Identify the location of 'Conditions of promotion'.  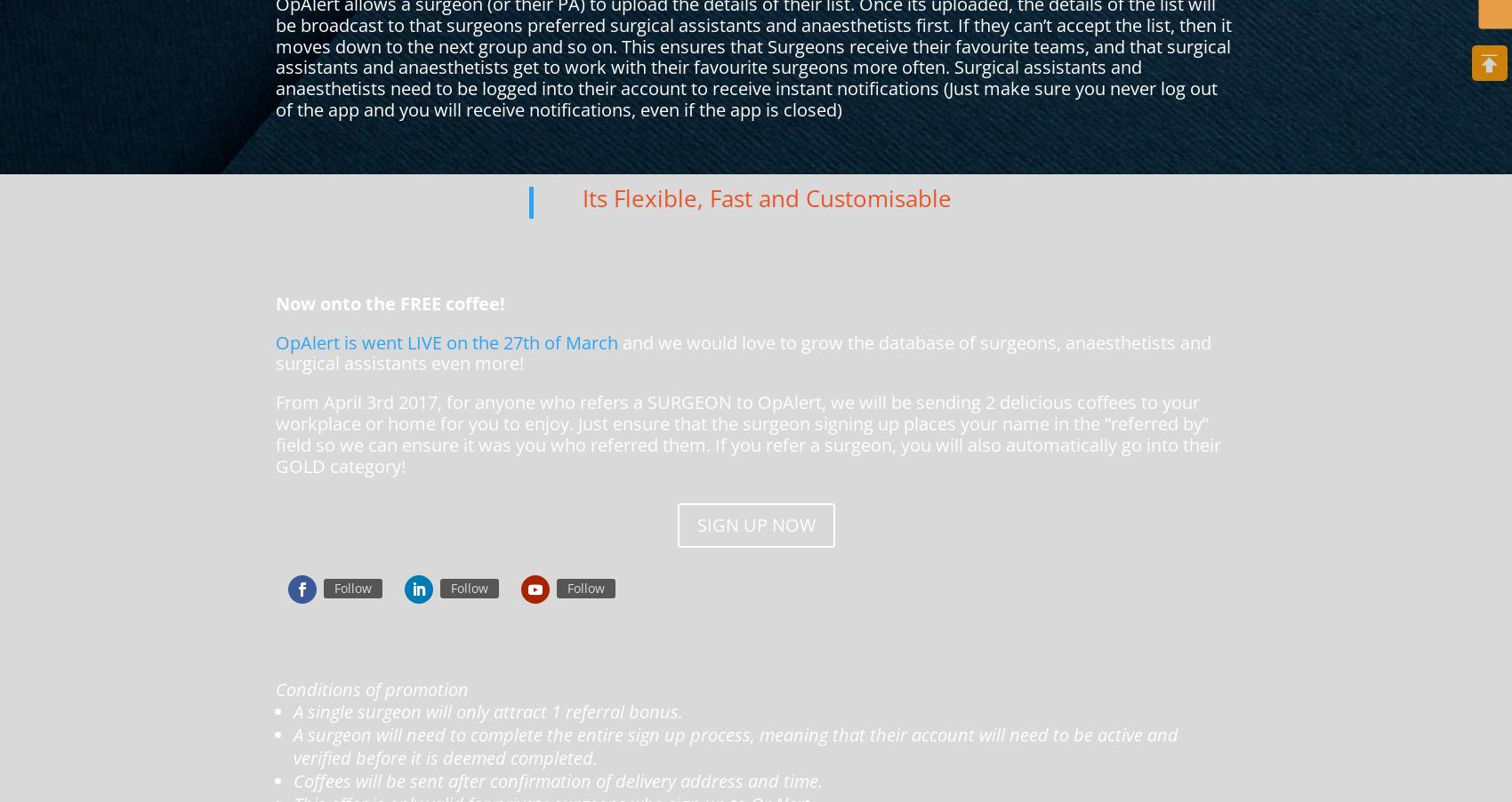
(371, 687).